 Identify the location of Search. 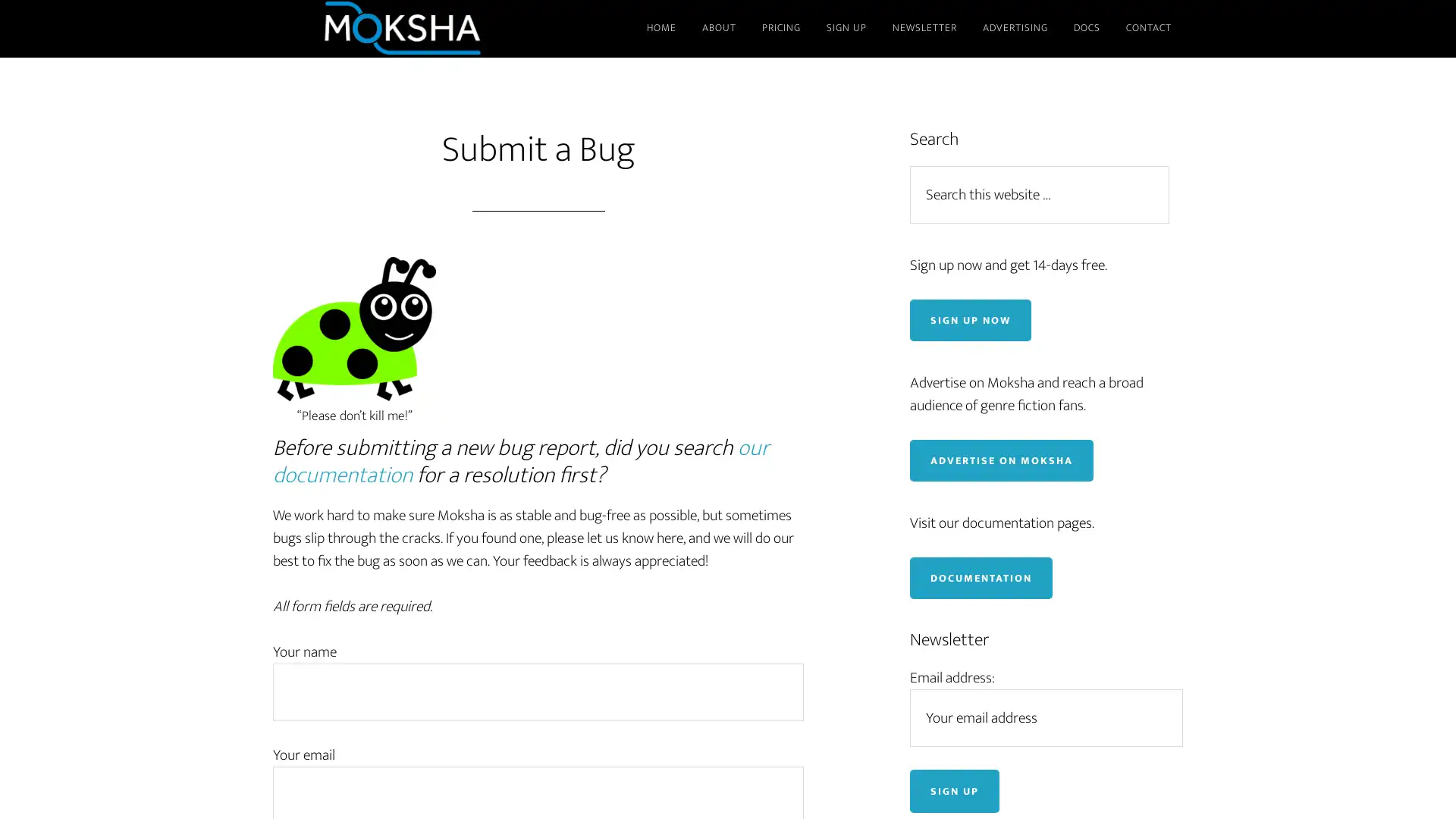
(1175, 165).